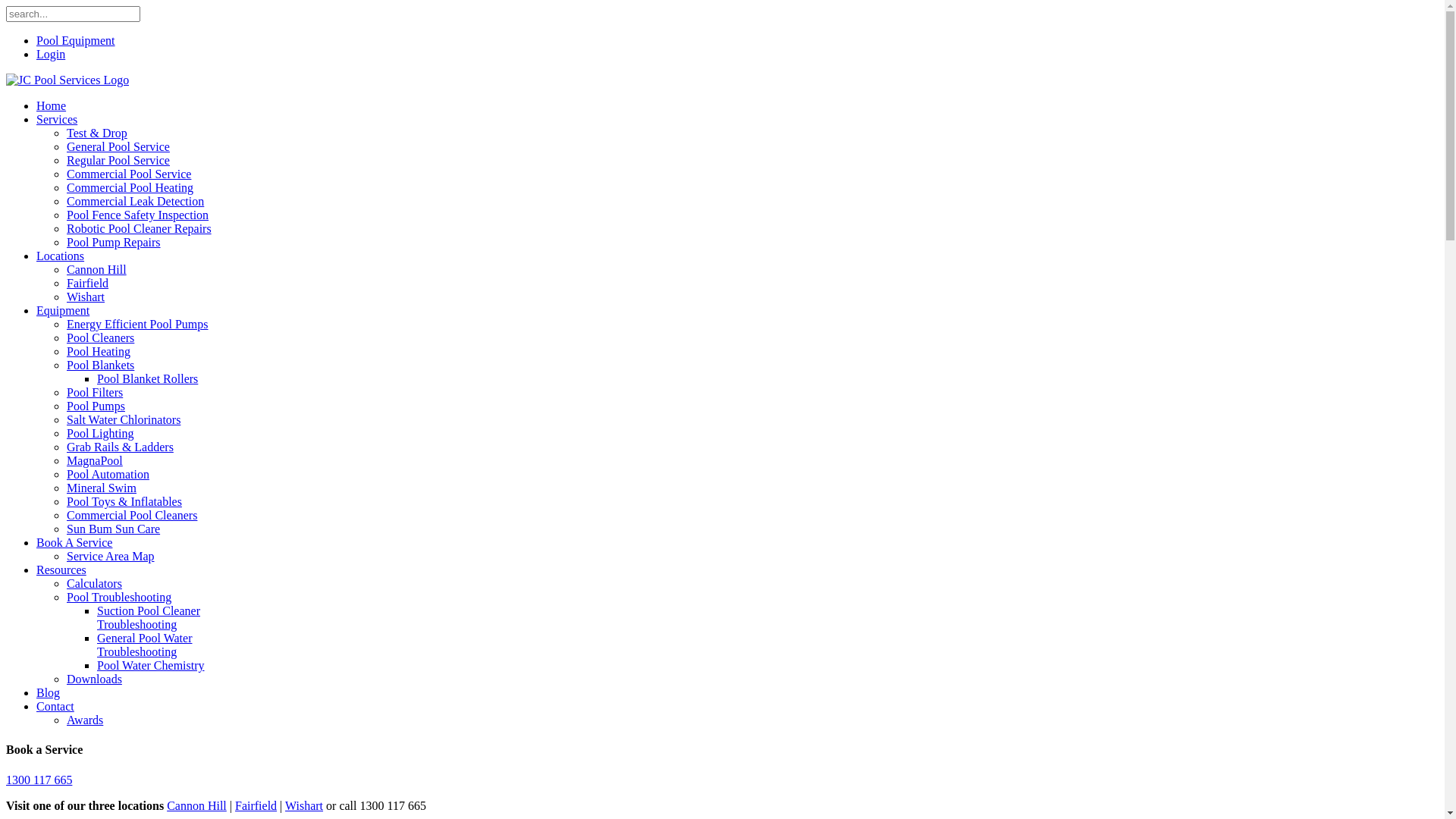  I want to click on 'Cannon Hill', so click(96, 268).